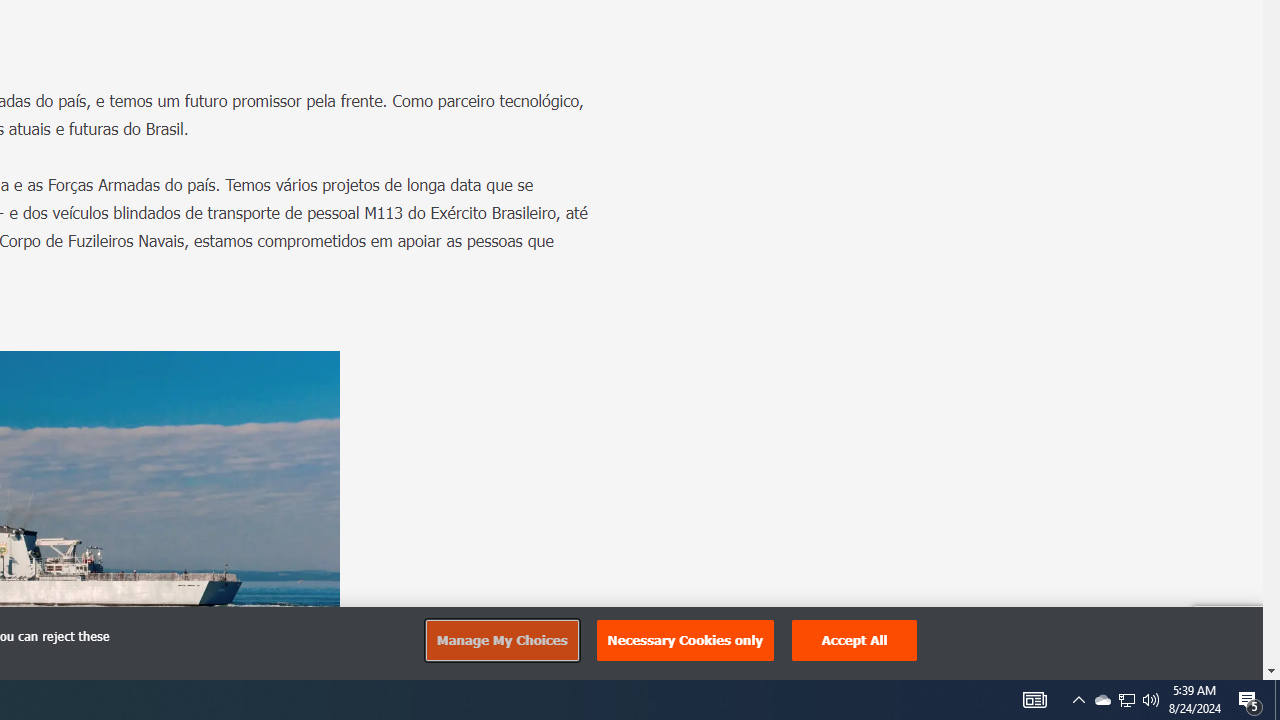 Image resolution: width=1280 pixels, height=720 pixels. I want to click on 'Accept All', so click(855, 640).